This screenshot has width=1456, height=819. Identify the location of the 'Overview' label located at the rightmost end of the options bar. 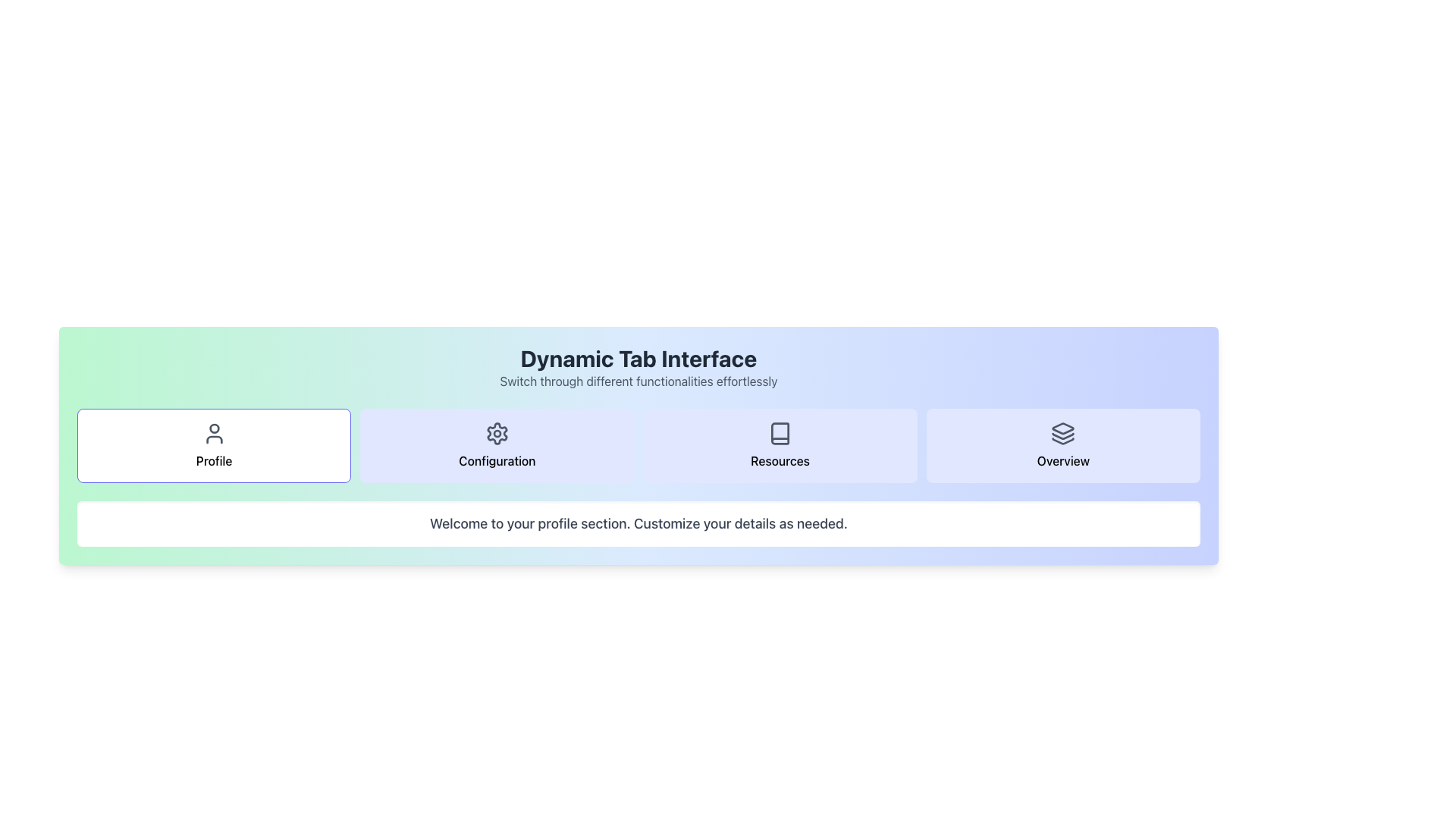
(1062, 460).